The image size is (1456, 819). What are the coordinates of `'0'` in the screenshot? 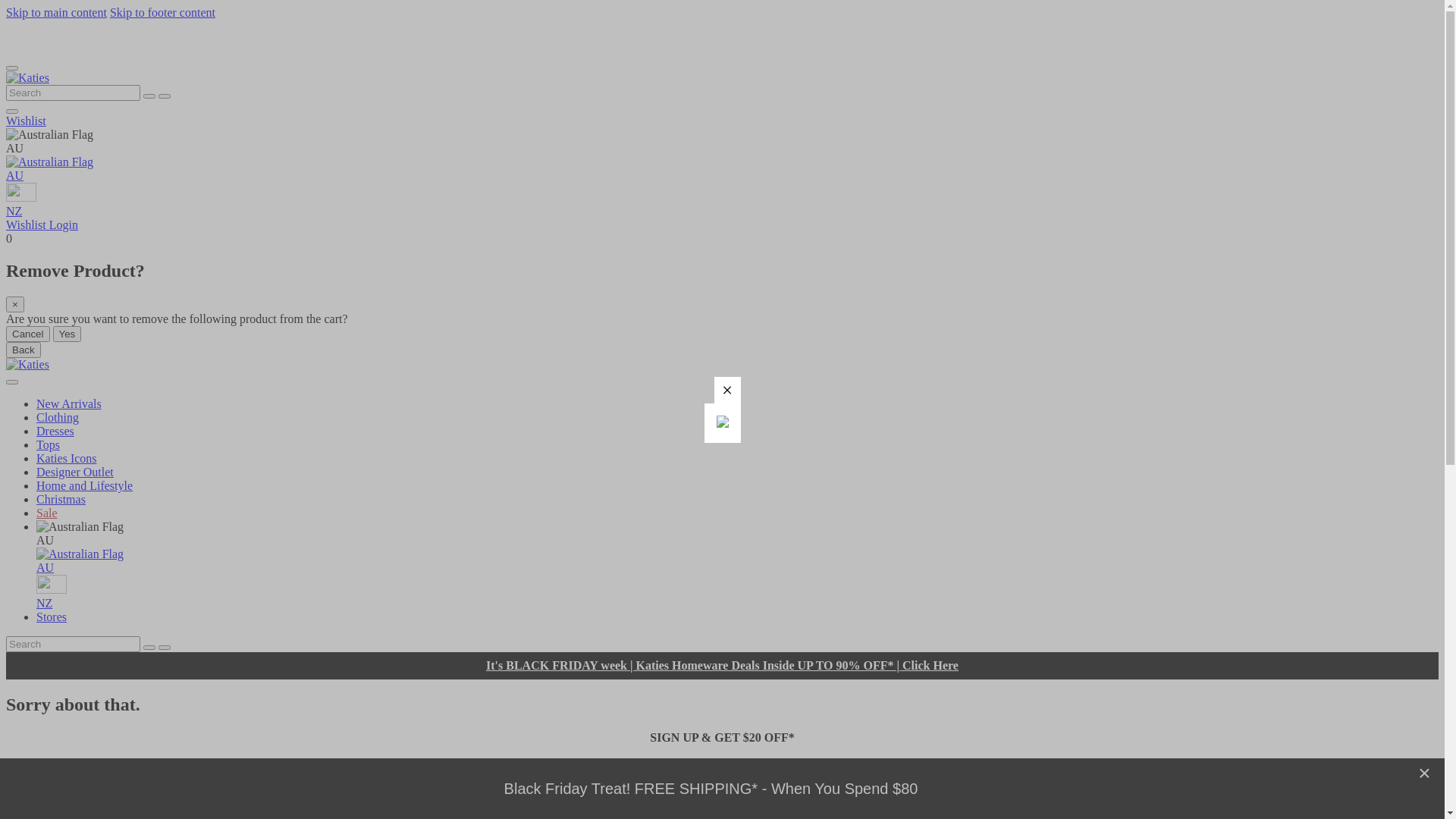 It's located at (9, 238).